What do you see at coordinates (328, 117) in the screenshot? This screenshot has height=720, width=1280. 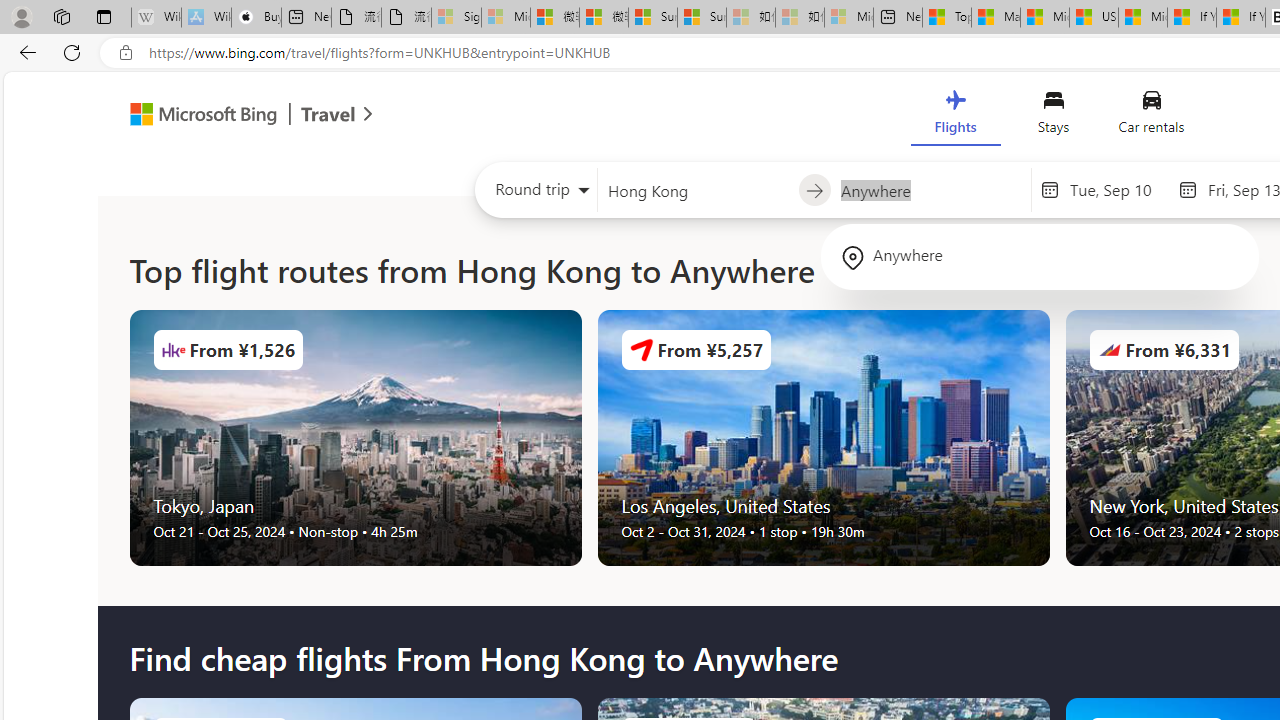 I see `'Travel'` at bounding box center [328, 117].